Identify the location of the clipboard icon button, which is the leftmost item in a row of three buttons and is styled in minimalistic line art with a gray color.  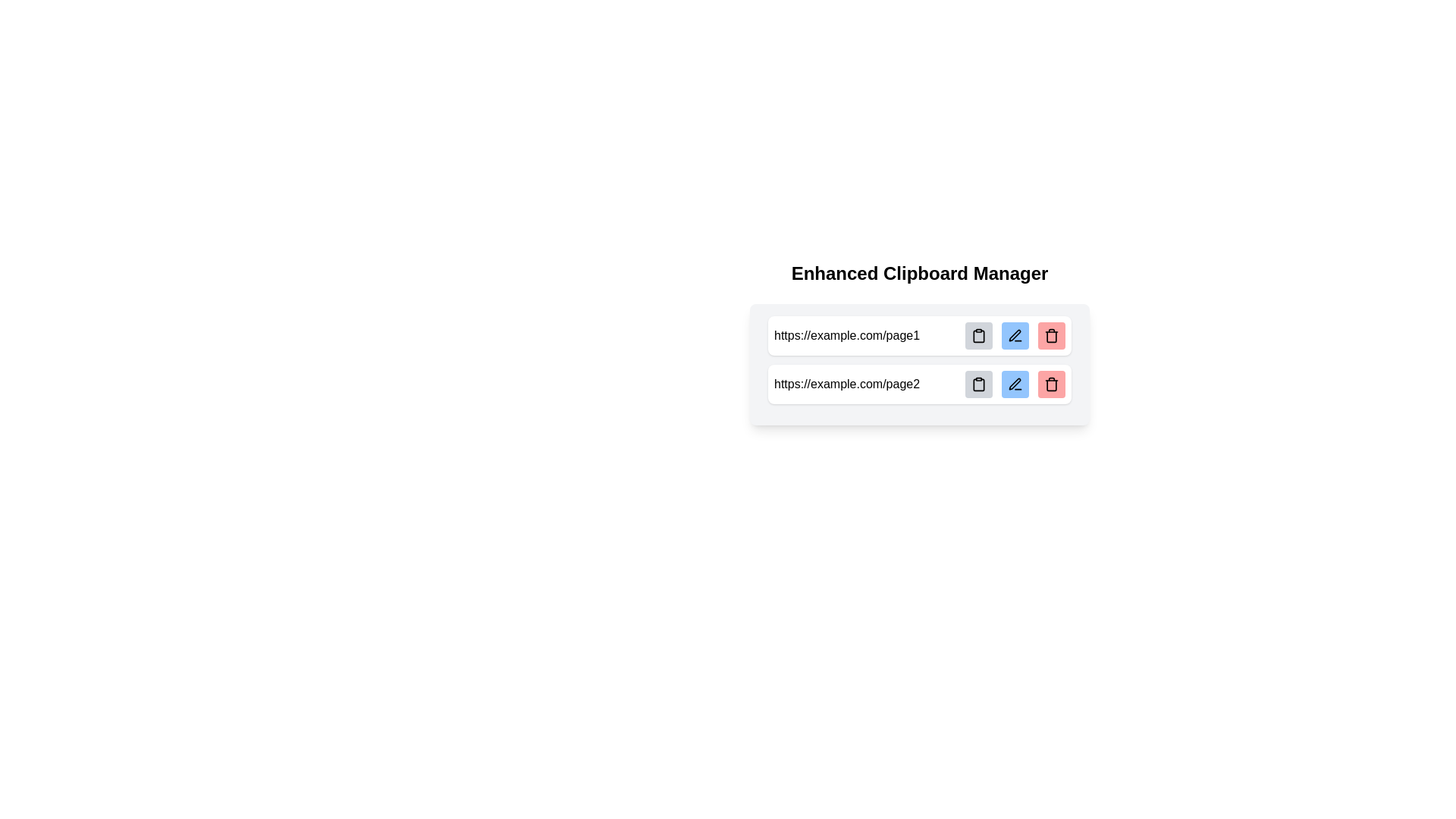
(979, 383).